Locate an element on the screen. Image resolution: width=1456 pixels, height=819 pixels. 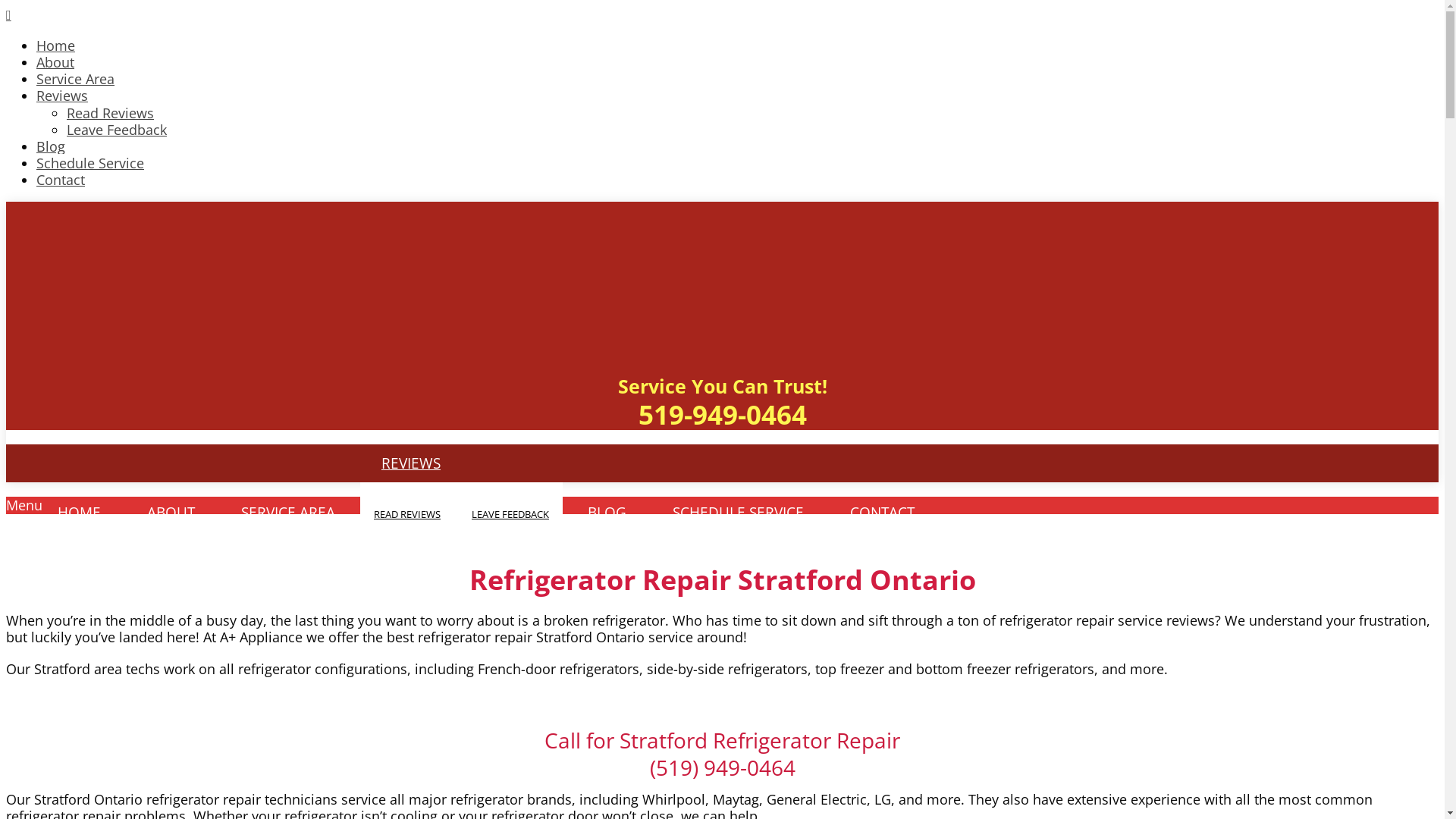
'SERVICE AREA' is located at coordinates (287, 512).